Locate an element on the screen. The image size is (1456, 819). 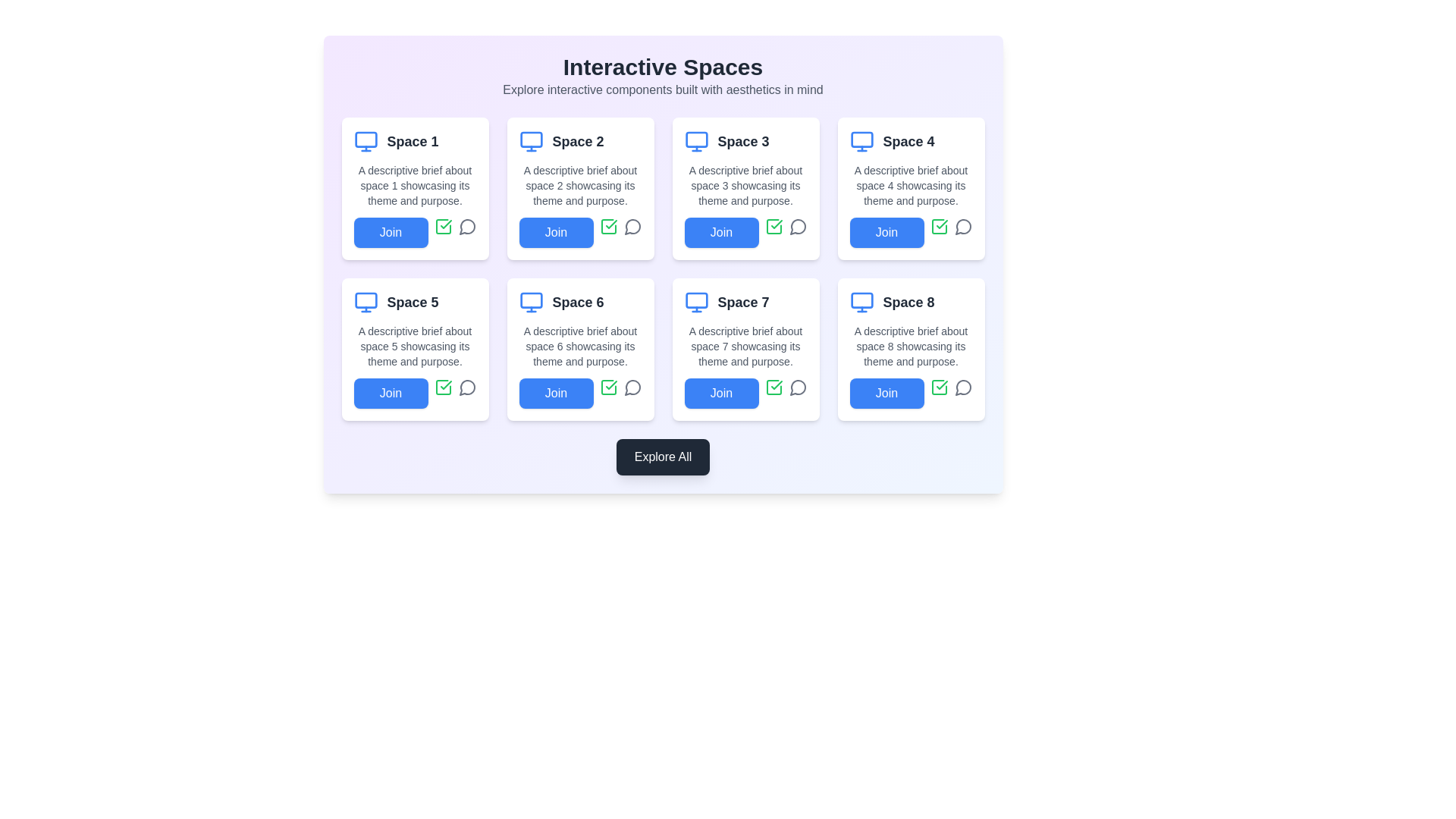
description of the card labeled 'Space 6', located in the second row and second column of the grid layout is located at coordinates (579, 350).